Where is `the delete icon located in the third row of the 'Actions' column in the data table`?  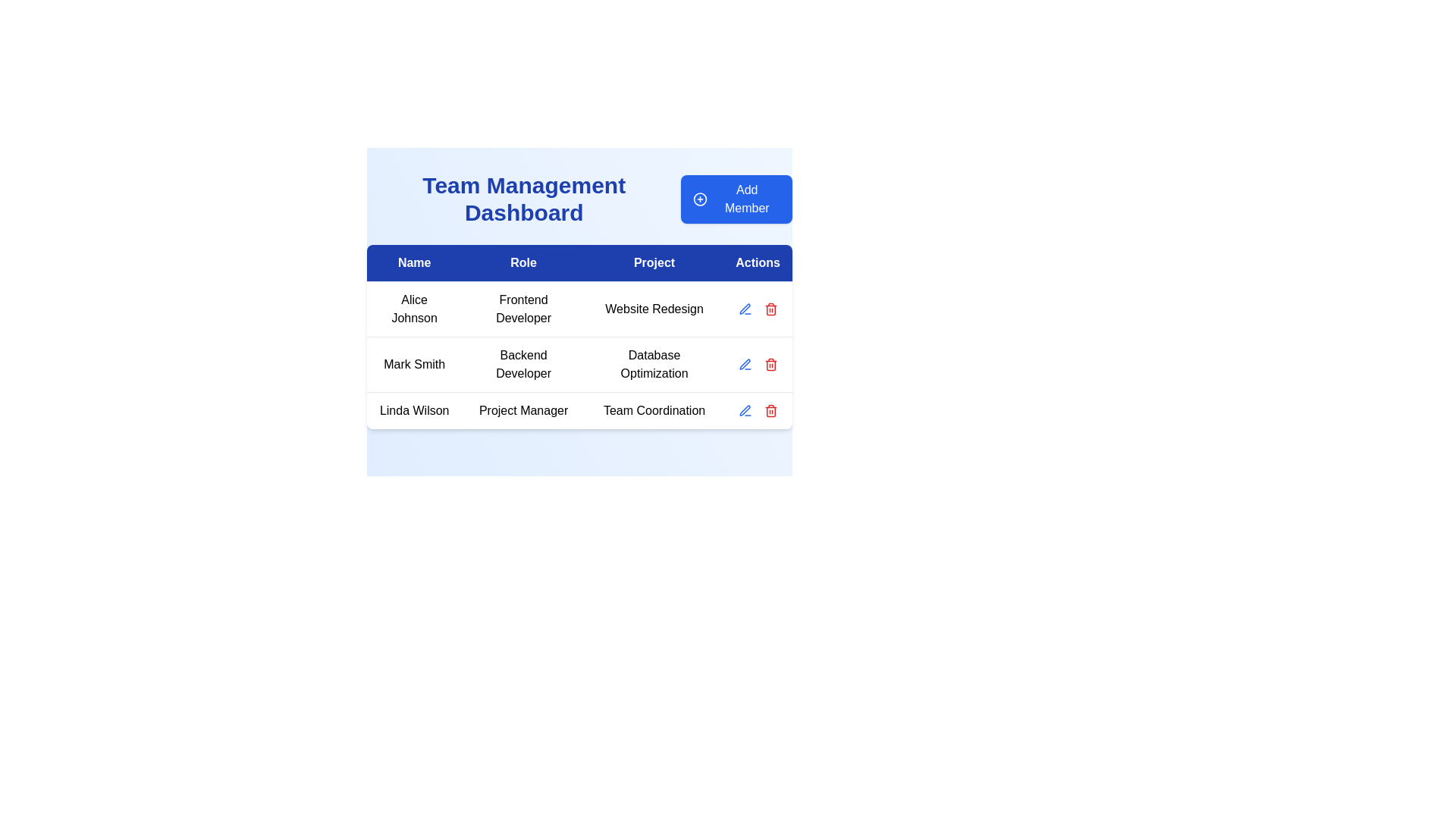
the delete icon located in the third row of the 'Actions' column in the data table is located at coordinates (770, 412).